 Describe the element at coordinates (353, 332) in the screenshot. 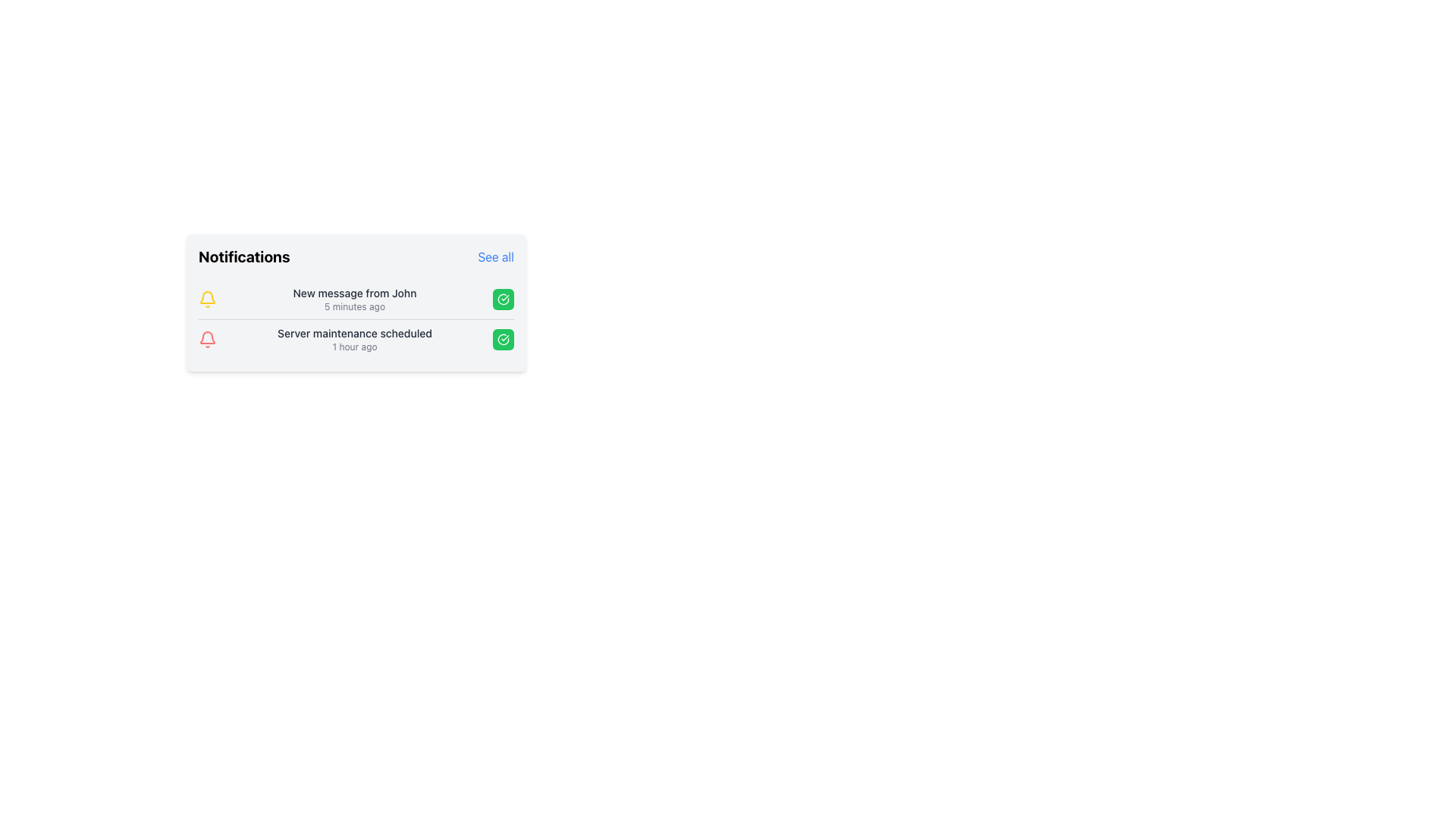

I see `the text segment reading 'Server maintenance scheduled', which is part of a notification system and is styled in small, medium-weight, gray font` at that location.